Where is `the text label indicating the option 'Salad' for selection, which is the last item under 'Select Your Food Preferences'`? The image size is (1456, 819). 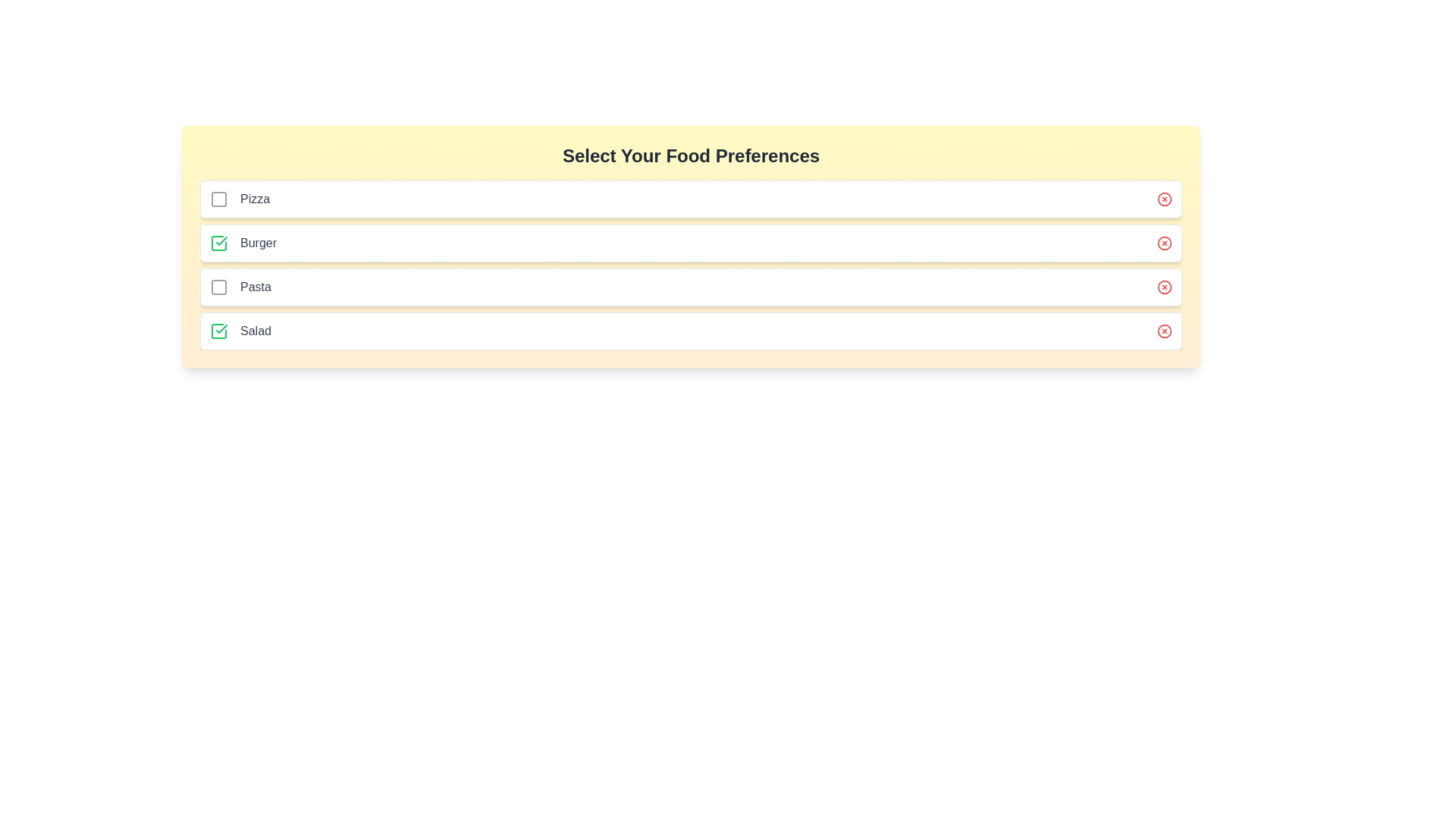 the text label indicating the option 'Salad' for selection, which is the last item under 'Select Your Food Preferences' is located at coordinates (256, 330).